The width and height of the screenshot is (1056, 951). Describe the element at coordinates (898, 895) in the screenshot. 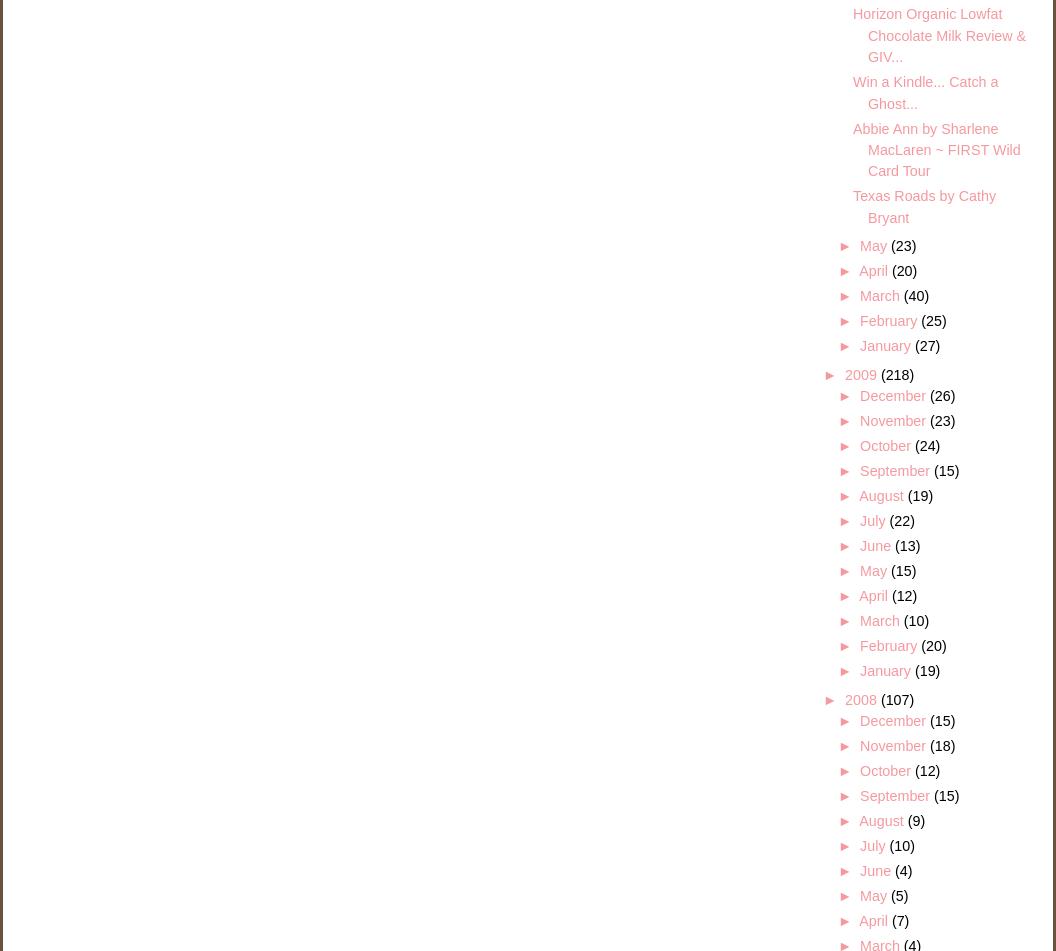

I see `'(5)'` at that location.